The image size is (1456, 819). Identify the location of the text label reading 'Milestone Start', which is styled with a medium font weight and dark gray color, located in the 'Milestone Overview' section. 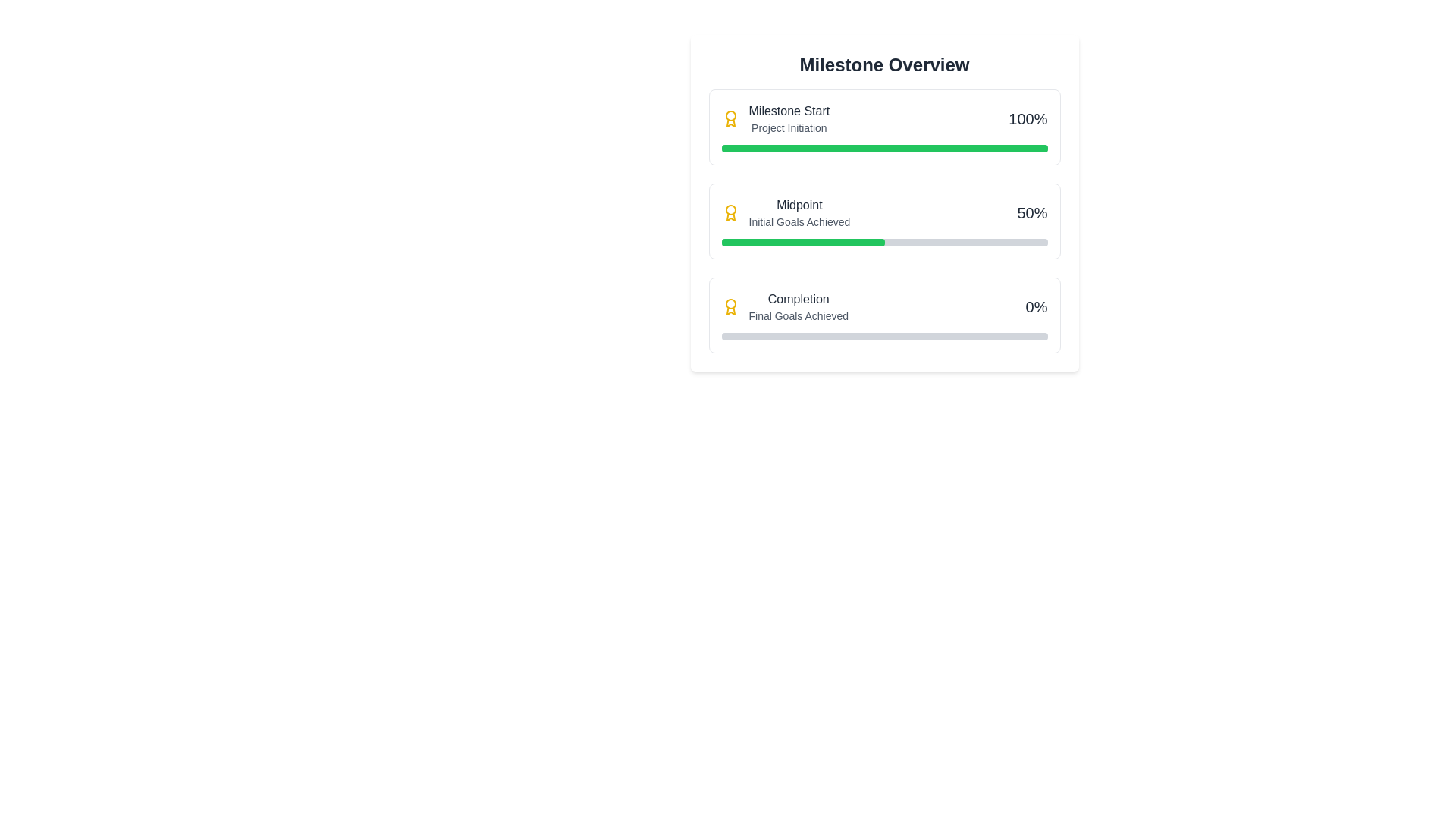
(789, 110).